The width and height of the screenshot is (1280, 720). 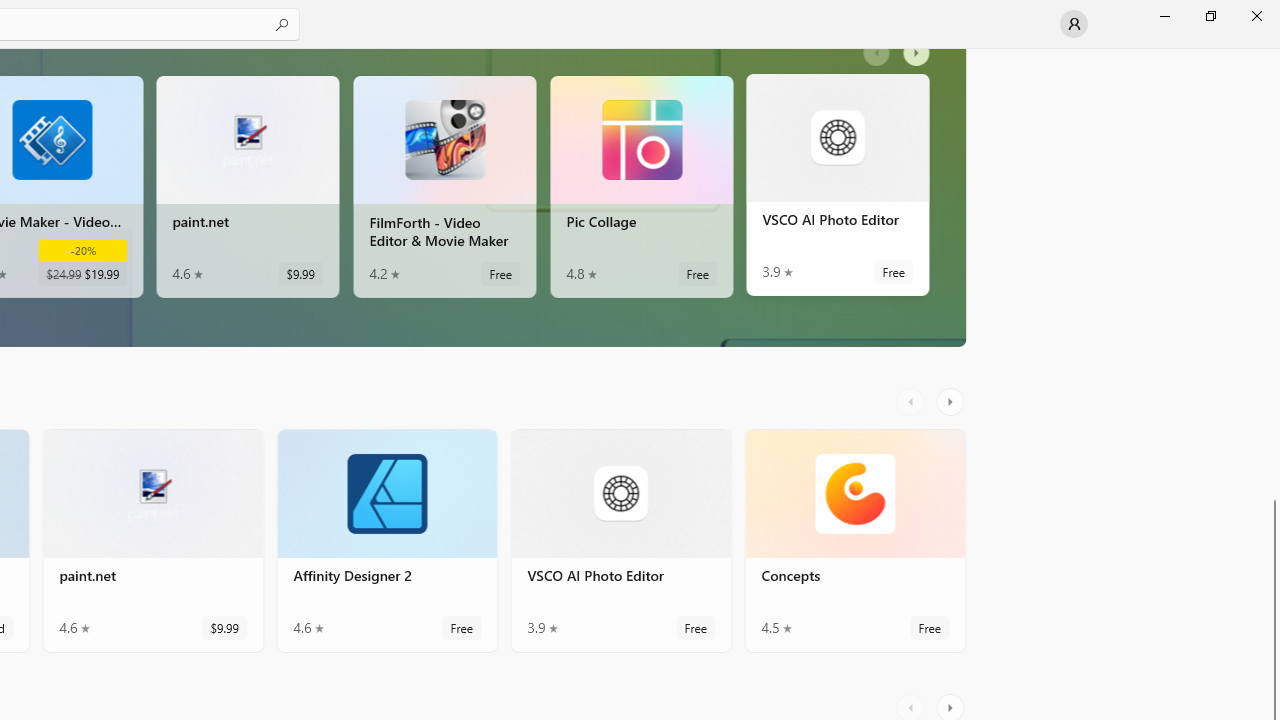 What do you see at coordinates (641, 191) in the screenshot?
I see `'Pic Collage. Average rating of 4.8 out of five stars. Free  '` at bounding box center [641, 191].